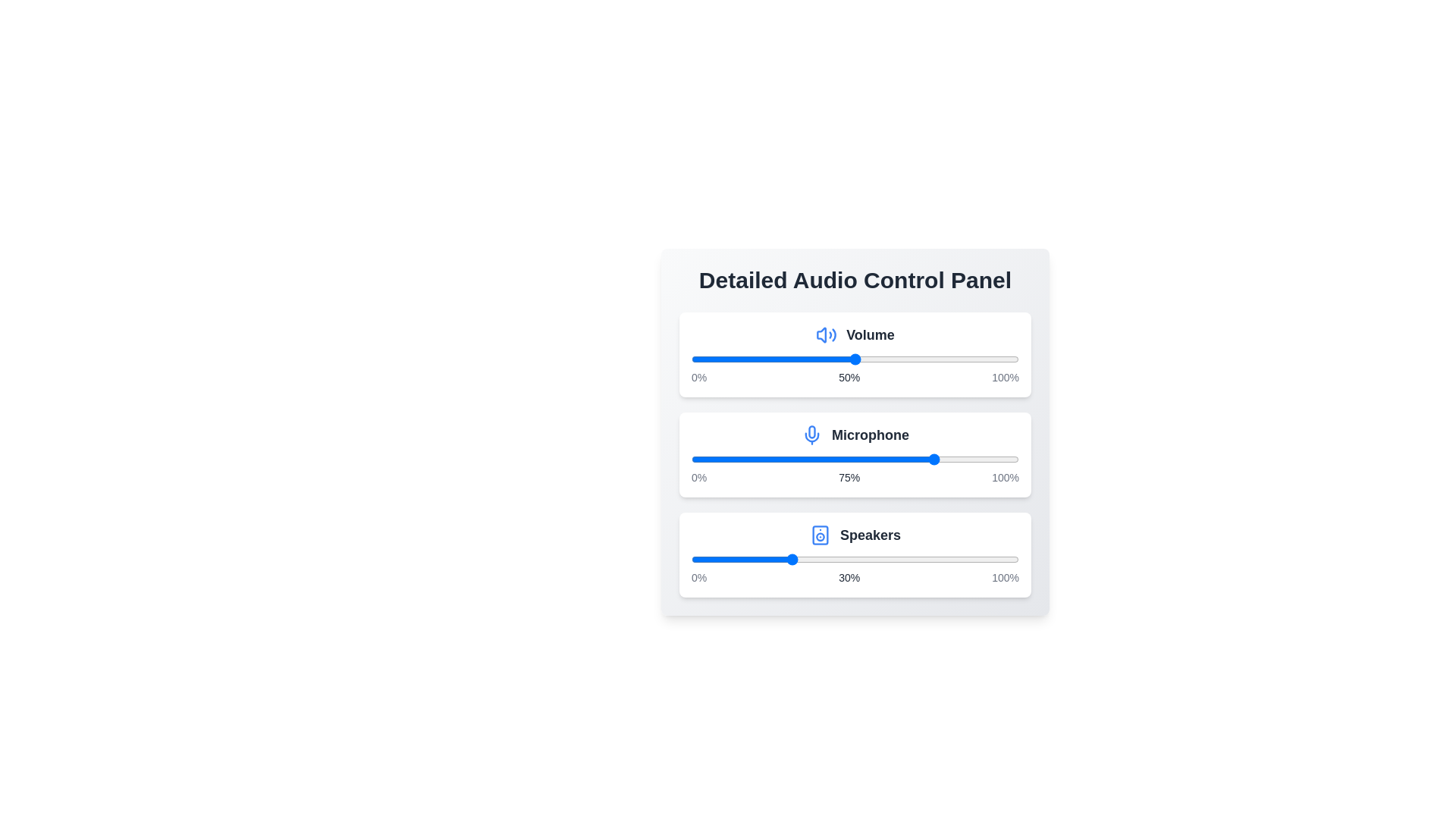 Image resolution: width=1456 pixels, height=819 pixels. Describe the element at coordinates (996, 559) in the screenshot. I see `the speaker level to 93% using the slider` at that location.